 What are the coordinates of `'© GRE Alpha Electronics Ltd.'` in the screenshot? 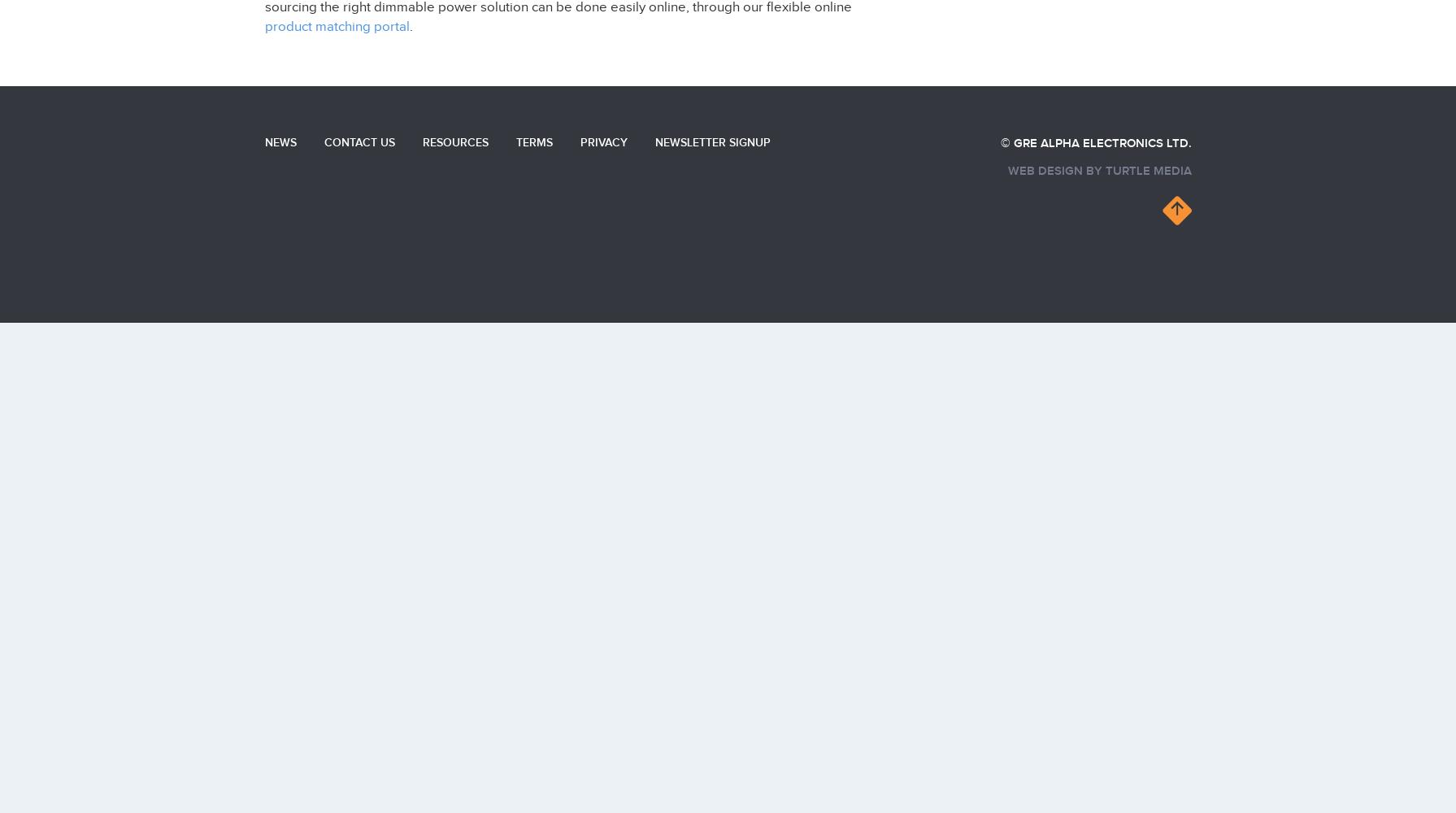 It's located at (1094, 142).